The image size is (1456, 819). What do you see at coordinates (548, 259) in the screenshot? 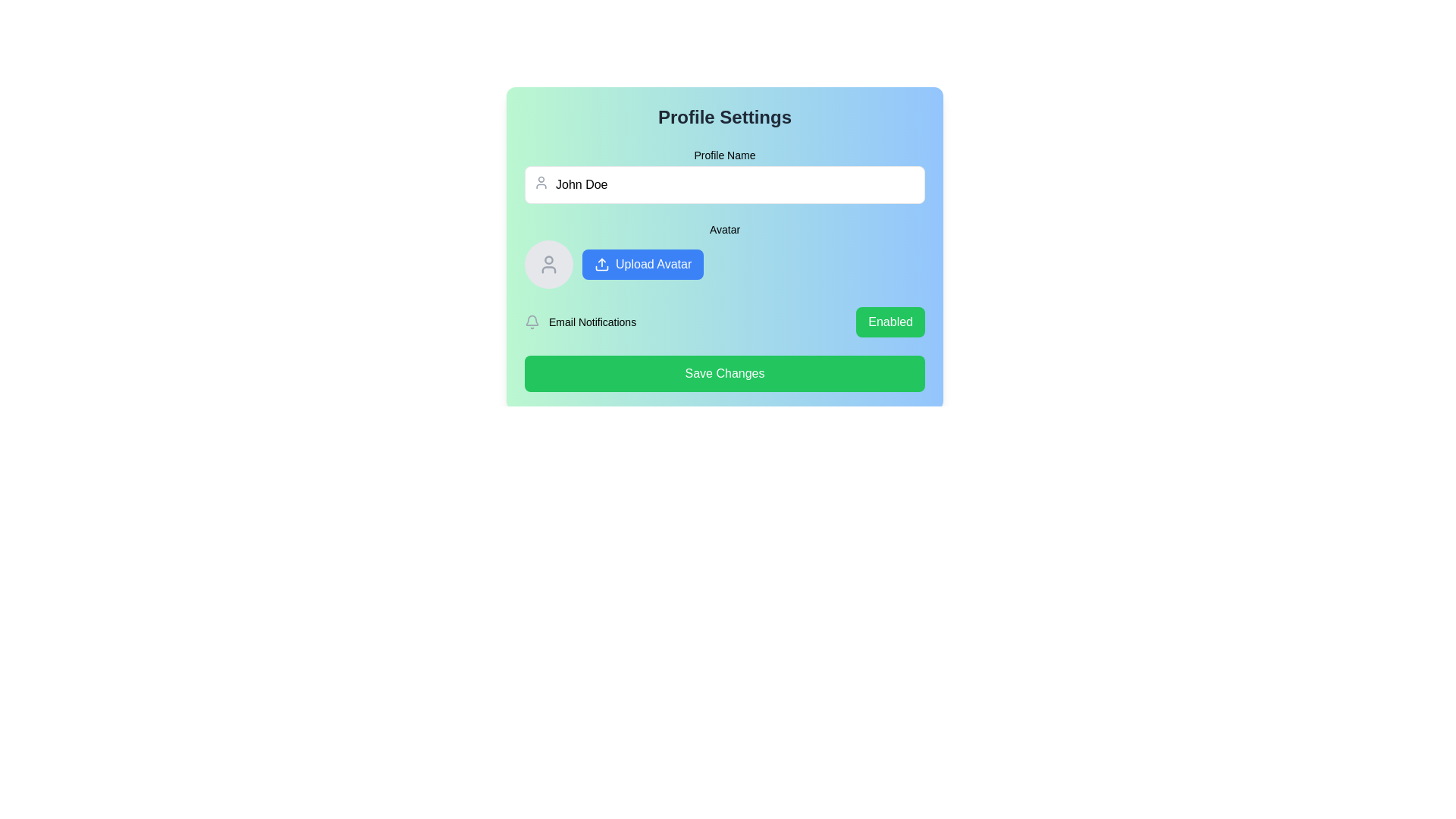
I see `the circular user avatar icon located to the left of the 'Upload Avatar' button within the 'Avatar' section` at bounding box center [548, 259].